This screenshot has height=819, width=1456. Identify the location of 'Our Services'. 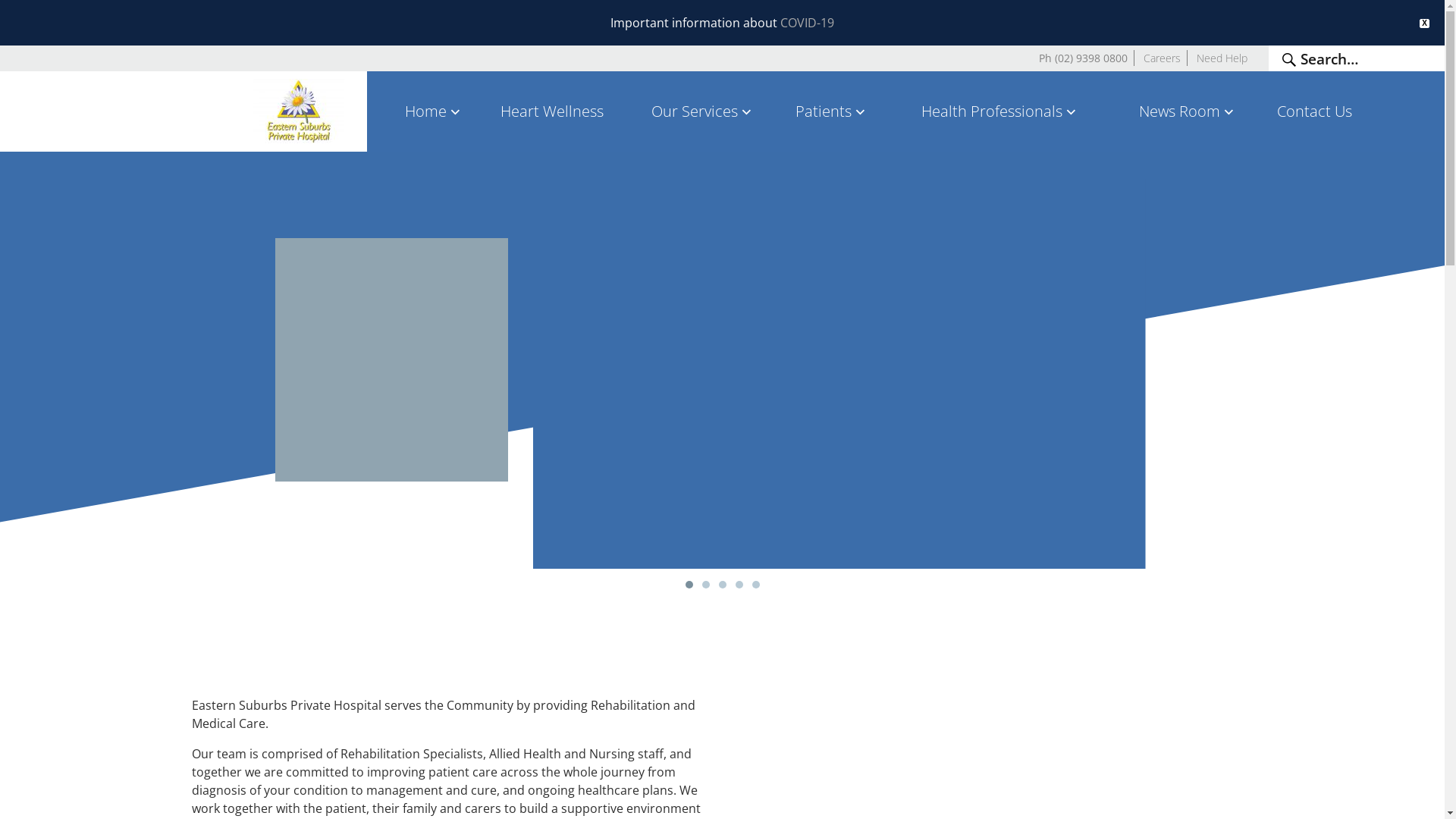
(628, 110).